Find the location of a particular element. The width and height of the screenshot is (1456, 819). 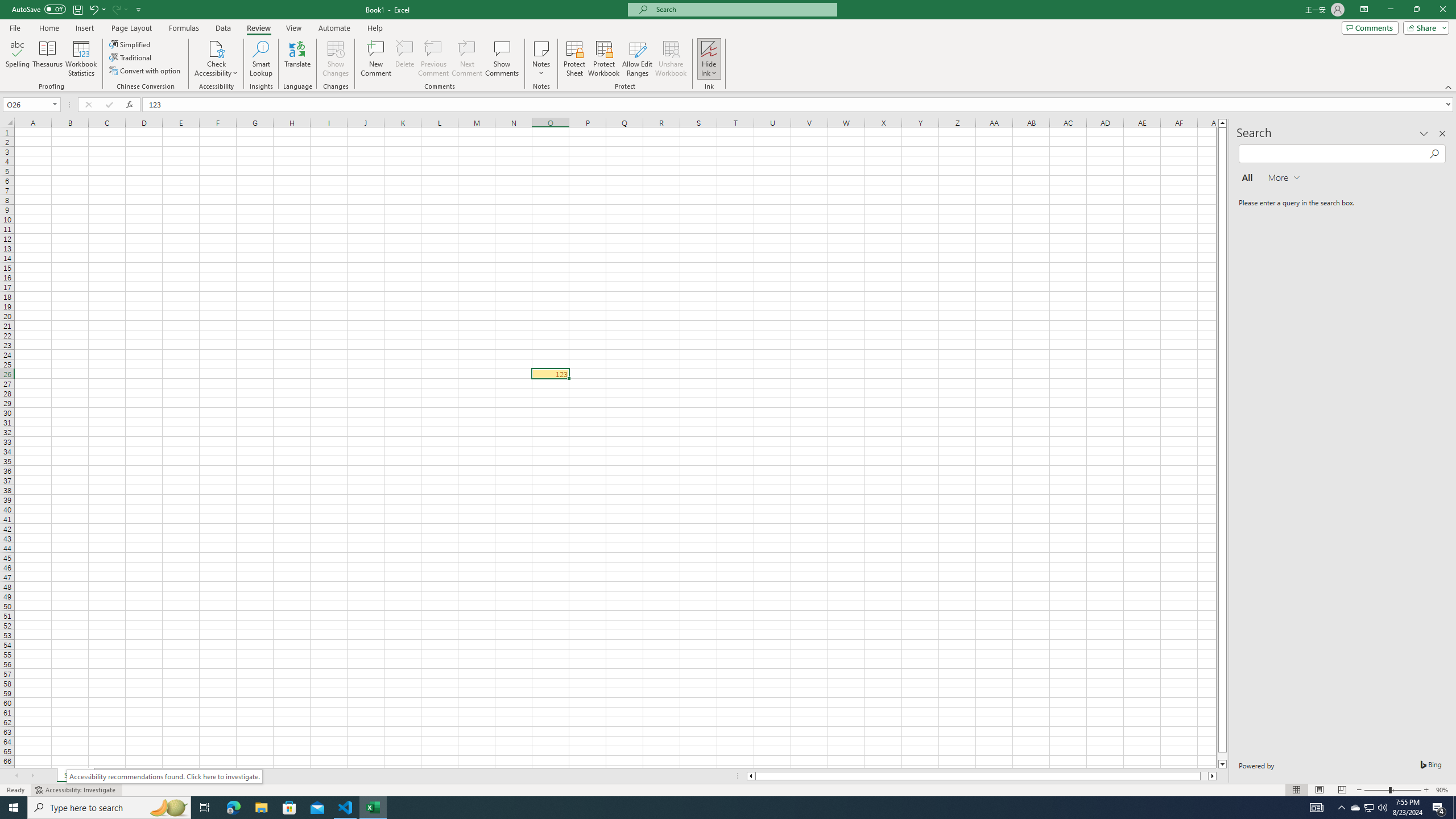

'Delete' is located at coordinates (404, 59).